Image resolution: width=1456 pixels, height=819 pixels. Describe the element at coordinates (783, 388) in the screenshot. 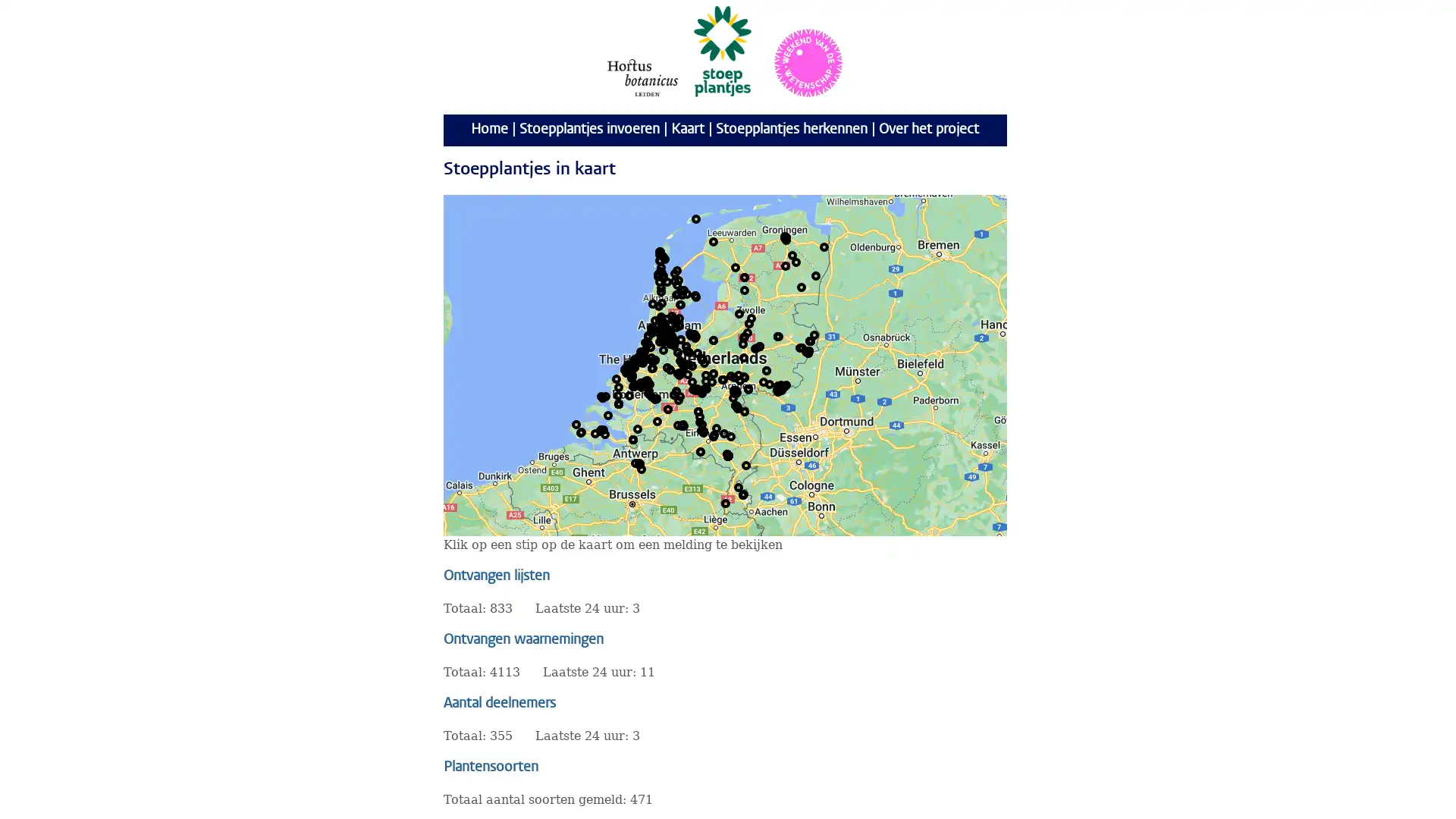

I see `Telling van op 10 mei 2022` at that location.